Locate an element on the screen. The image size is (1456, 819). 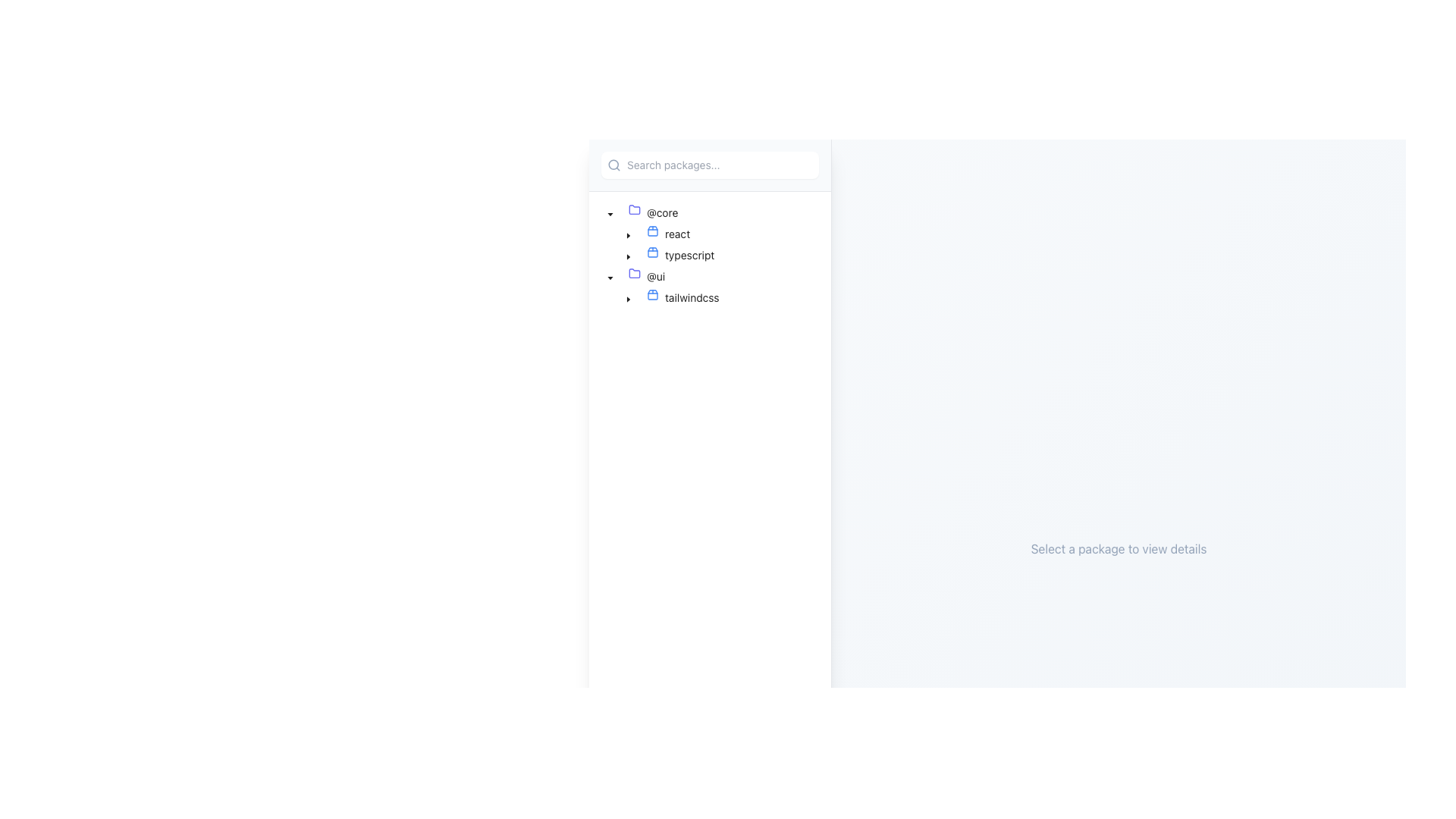
the Tree node representing a collapsible folder under the '@core' directory is located at coordinates (647, 277).